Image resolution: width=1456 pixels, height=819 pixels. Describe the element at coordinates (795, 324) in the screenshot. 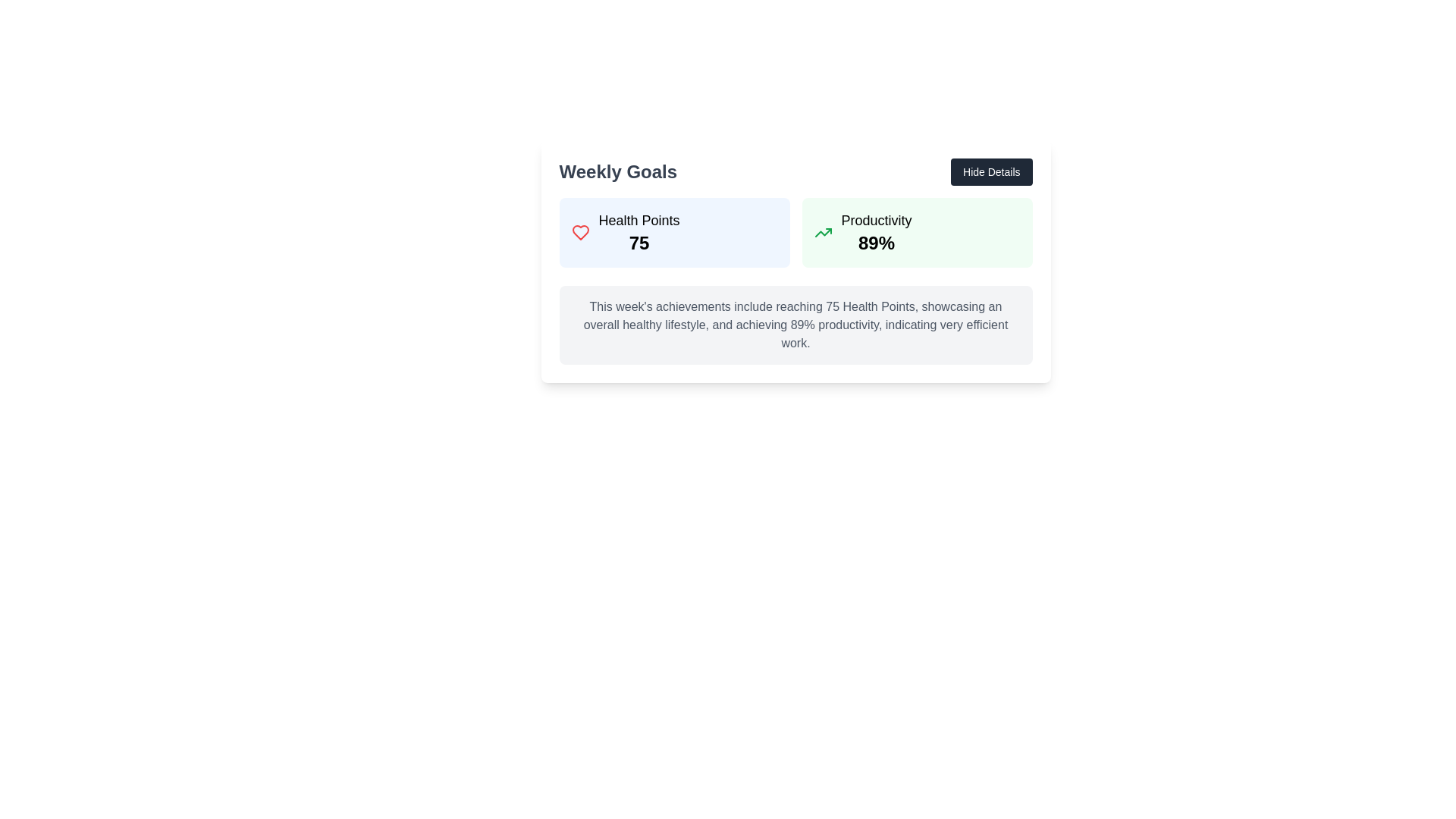

I see `the informational text box that has a light gray background, rounded corners, and contains text about achievements such as 75 Health Points and 89% productivity` at that location.